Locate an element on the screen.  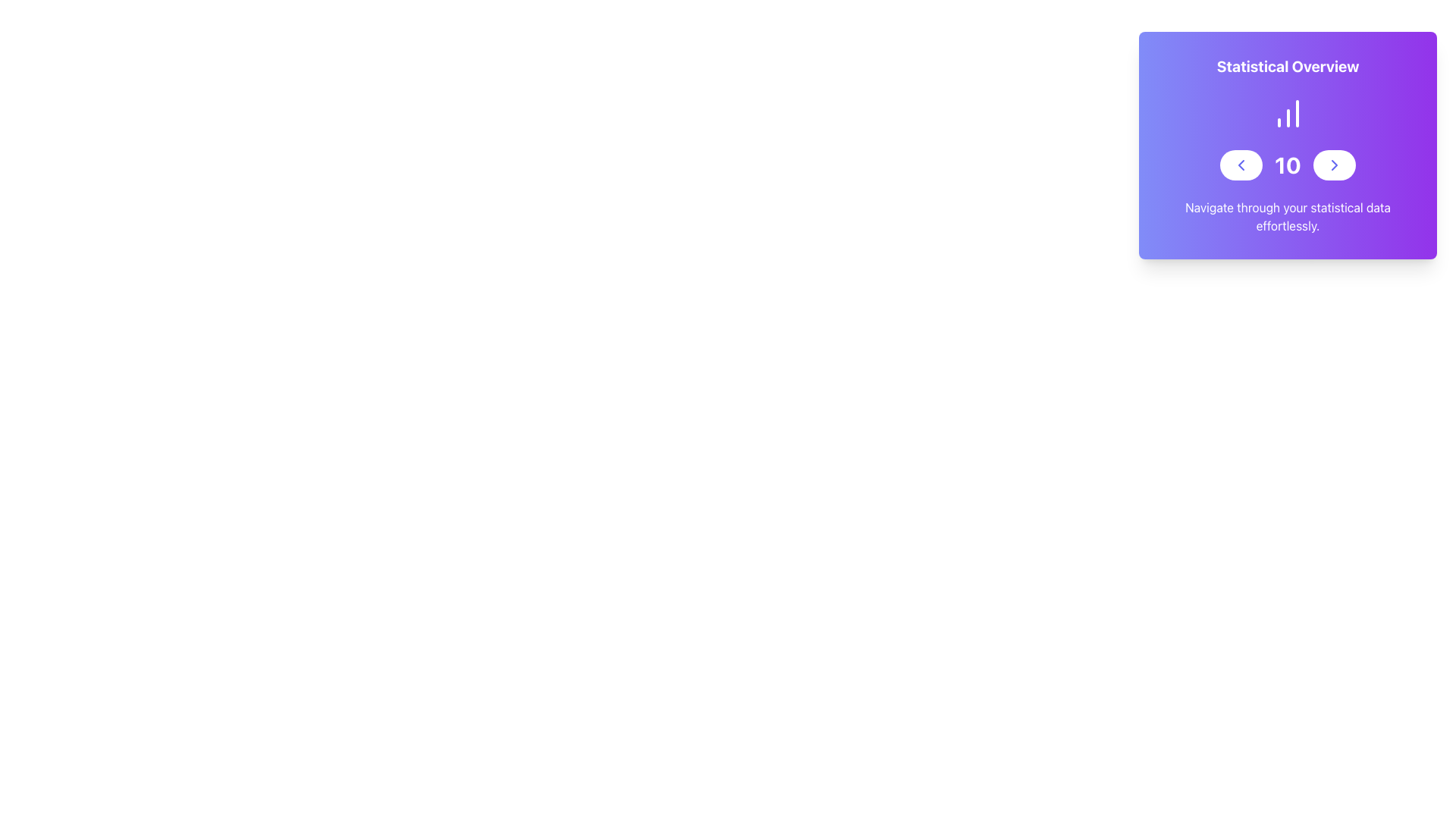
the circular button with a white background and blue arrow icon pointing to the left, located within a card interface, to trigger hover states is located at coordinates (1241, 165).